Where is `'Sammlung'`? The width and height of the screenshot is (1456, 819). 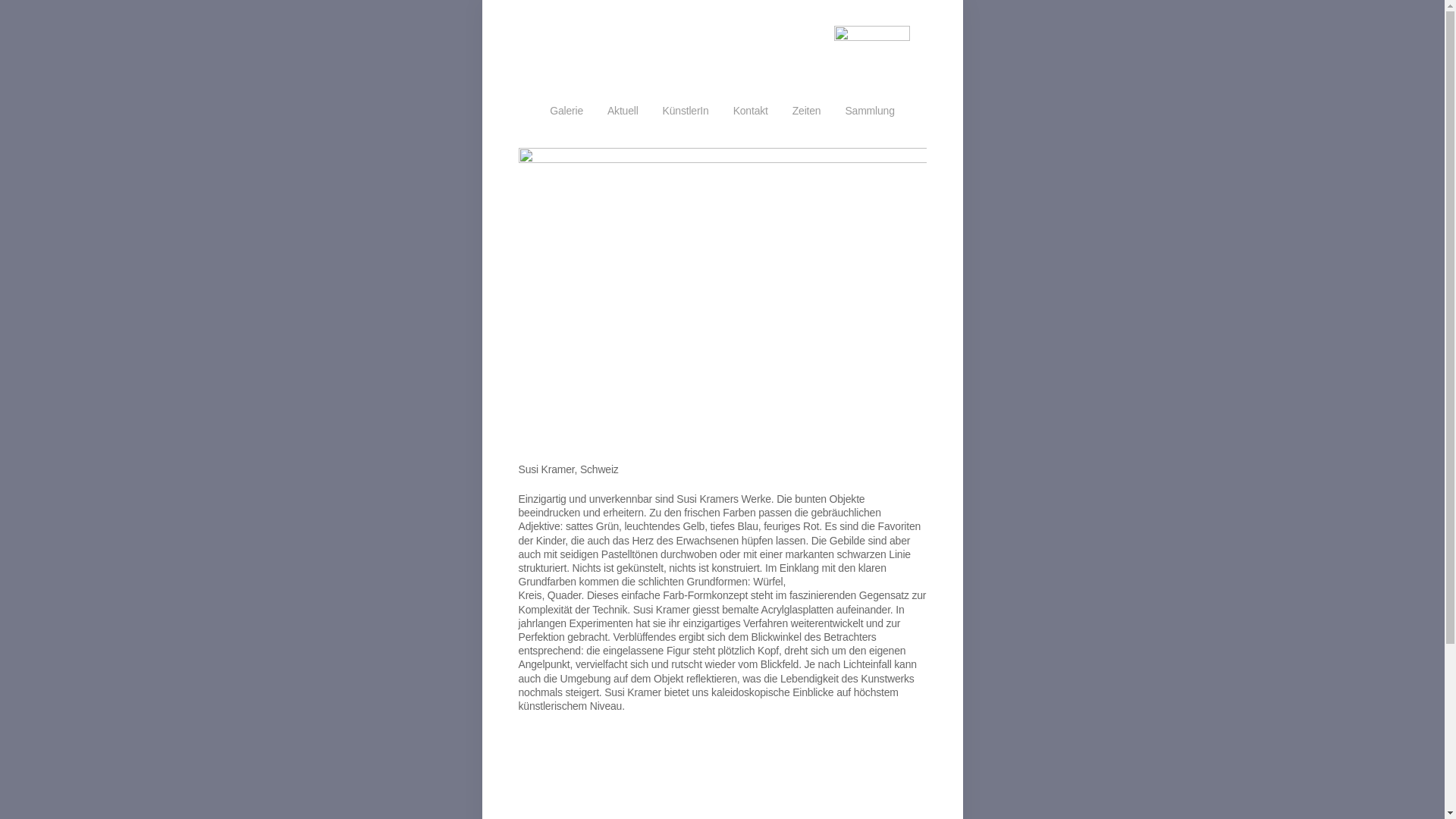 'Sammlung' is located at coordinates (869, 110).